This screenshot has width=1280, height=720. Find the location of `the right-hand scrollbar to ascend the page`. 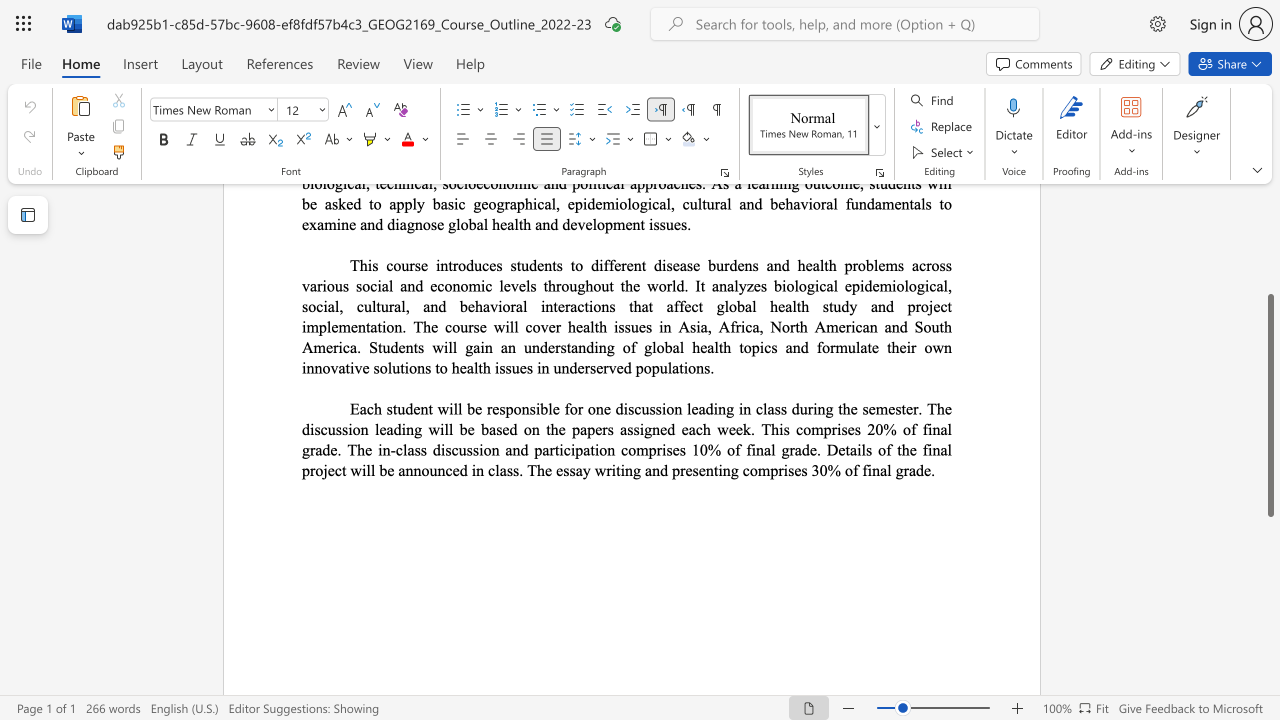

the right-hand scrollbar to ascend the page is located at coordinates (1269, 280).